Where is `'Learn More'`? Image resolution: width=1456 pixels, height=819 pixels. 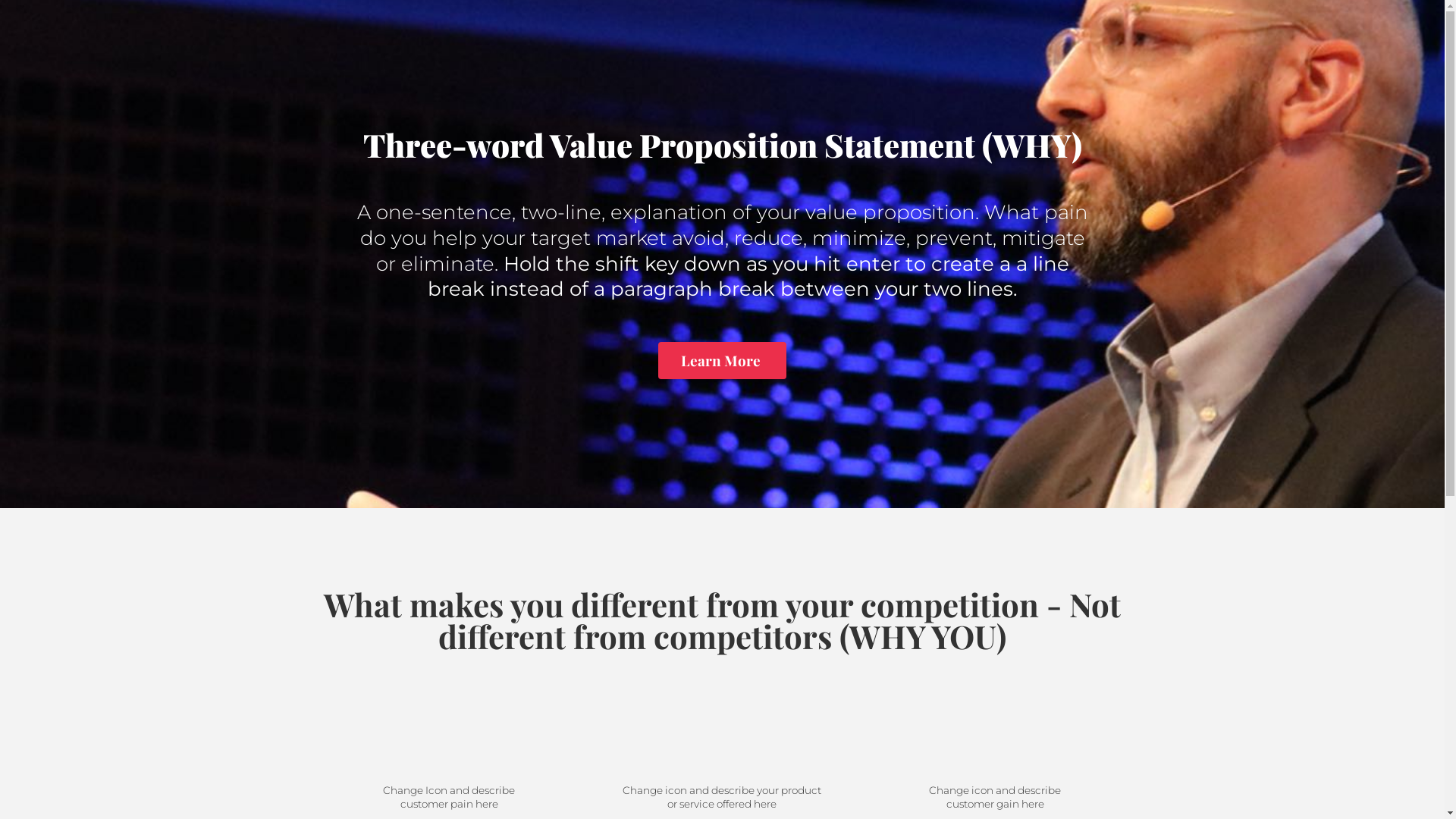 'Learn More' is located at coordinates (721, 360).